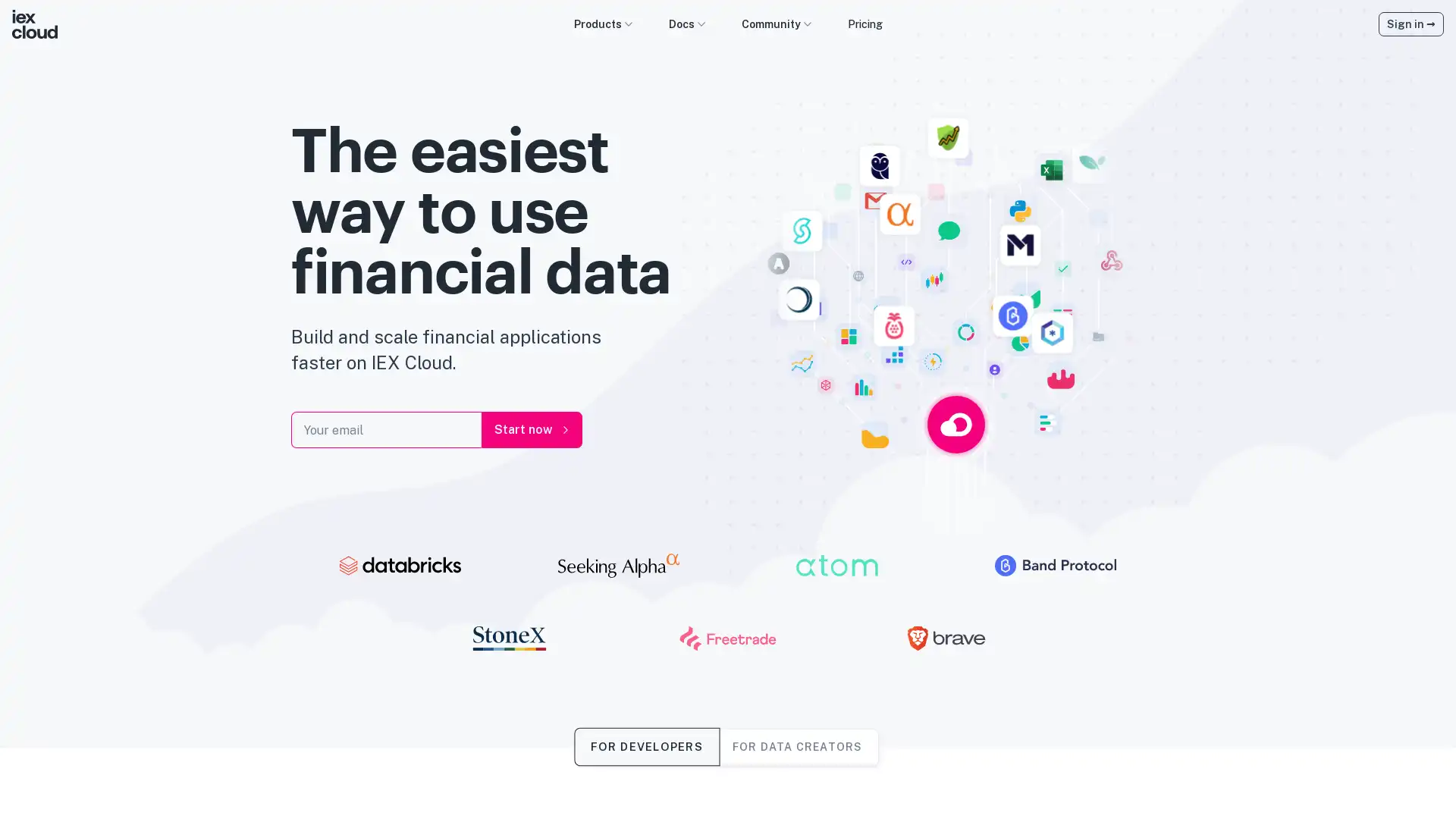 Image resolution: width=1456 pixels, height=819 pixels. Describe the element at coordinates (646, 745) in the screenshot. I see `FOR DEVELOPERS` at that location.